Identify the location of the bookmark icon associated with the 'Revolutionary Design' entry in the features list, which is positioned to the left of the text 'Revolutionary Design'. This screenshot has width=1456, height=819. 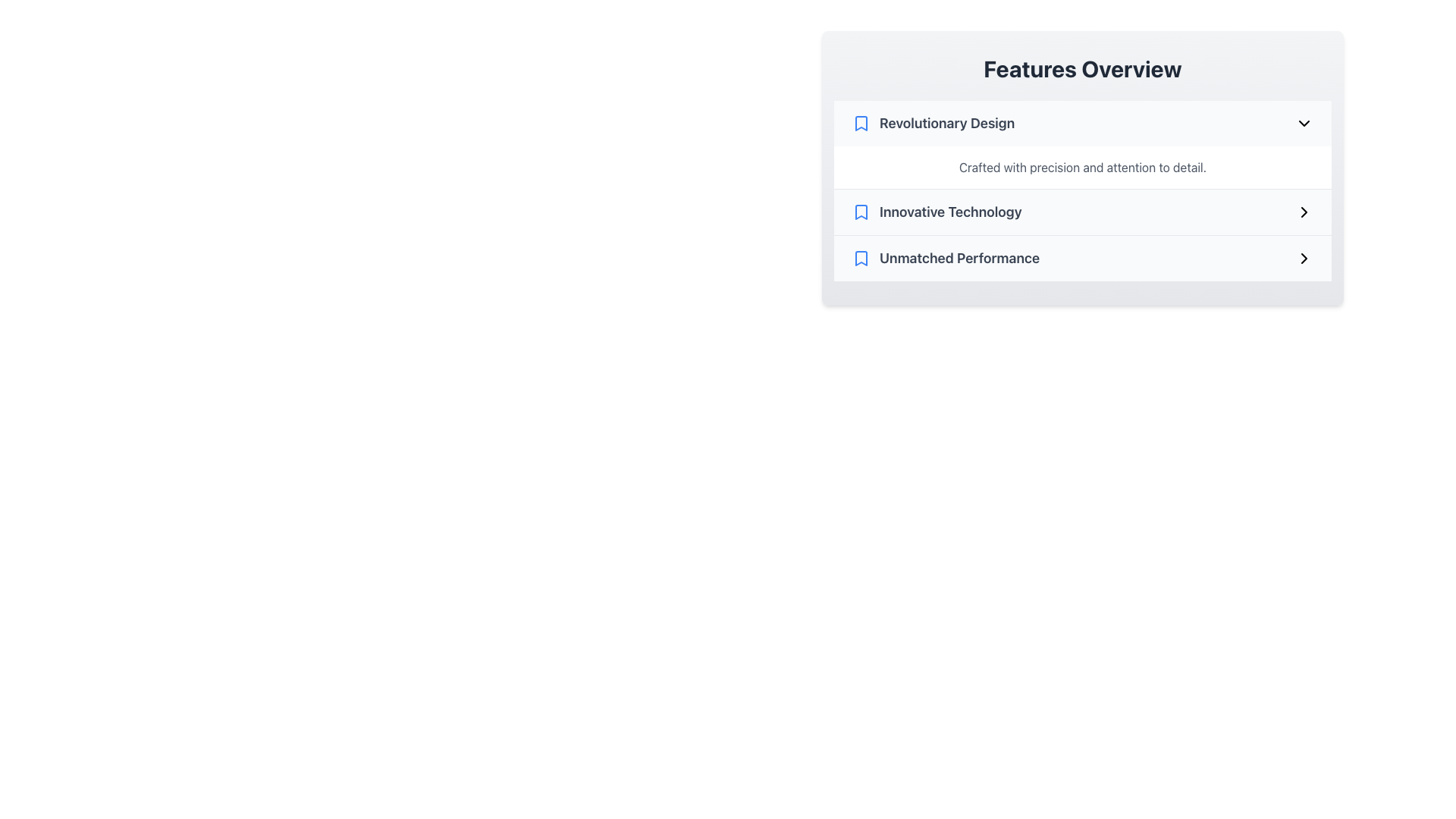
(861, 122).